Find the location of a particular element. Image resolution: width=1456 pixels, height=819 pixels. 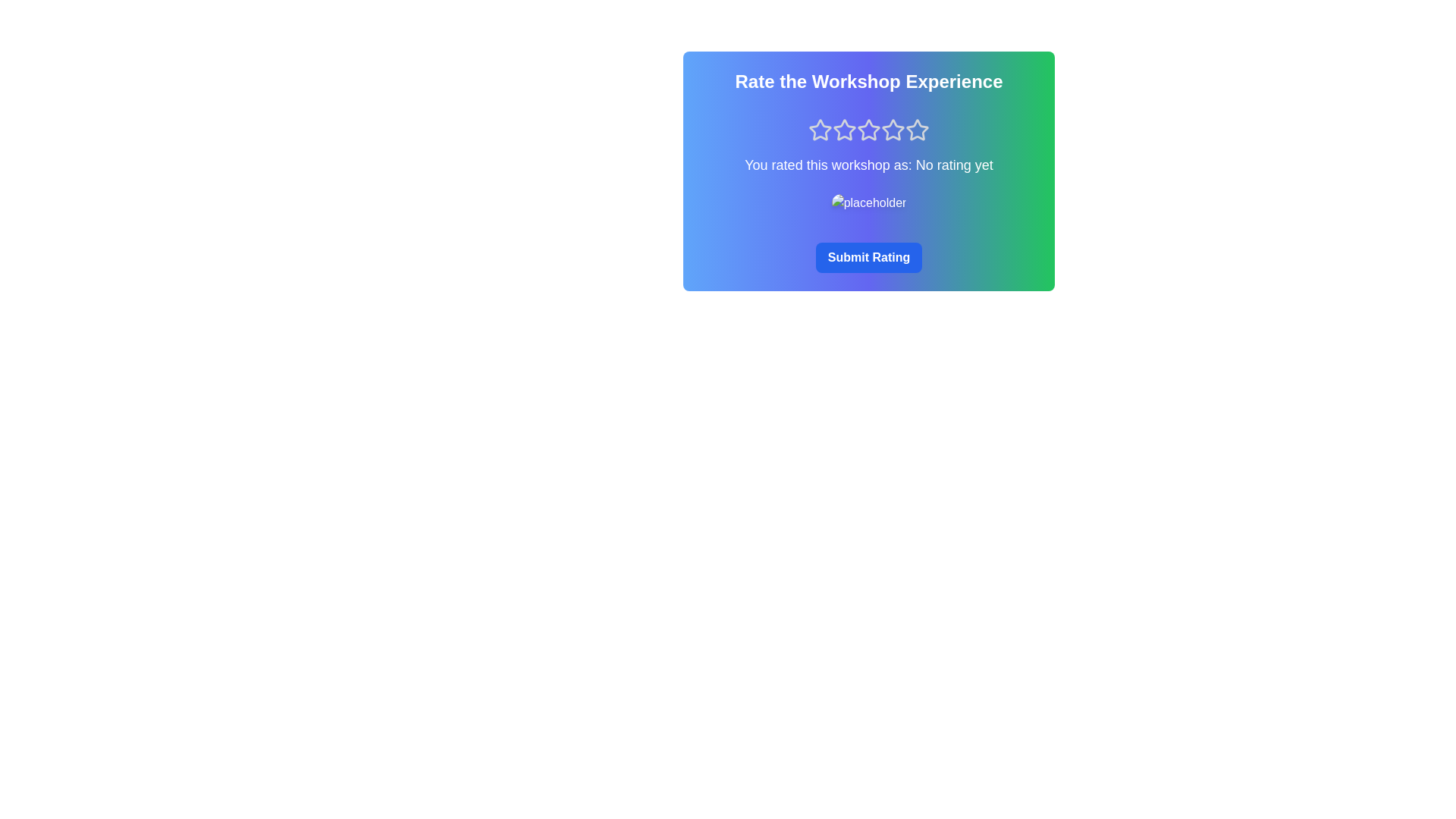

the star corresponding to 4 stars to preview the rating is located at coordinates (893, 130).